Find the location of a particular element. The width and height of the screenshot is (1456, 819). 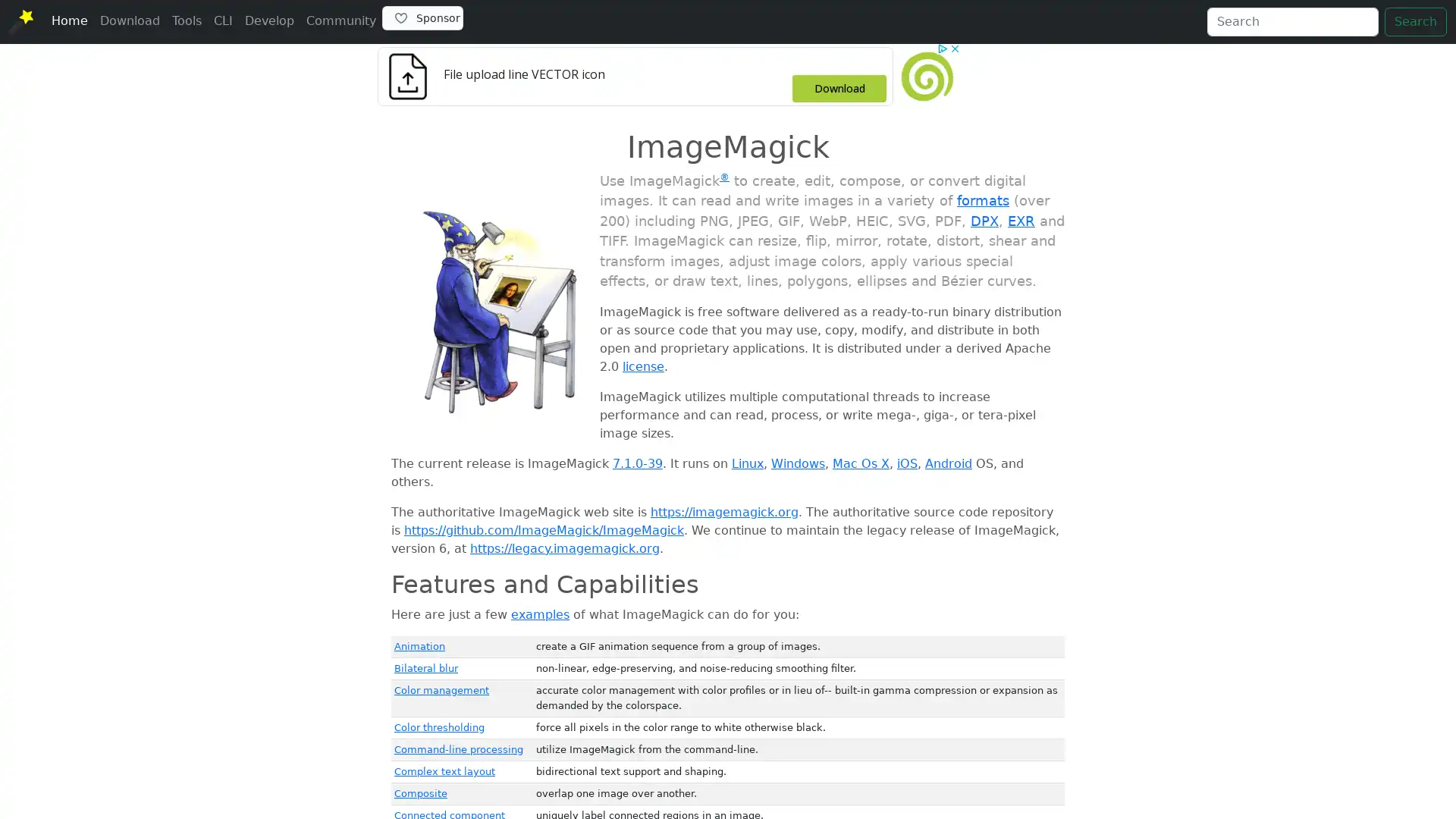

Search is located at coordinates (1415, 22).